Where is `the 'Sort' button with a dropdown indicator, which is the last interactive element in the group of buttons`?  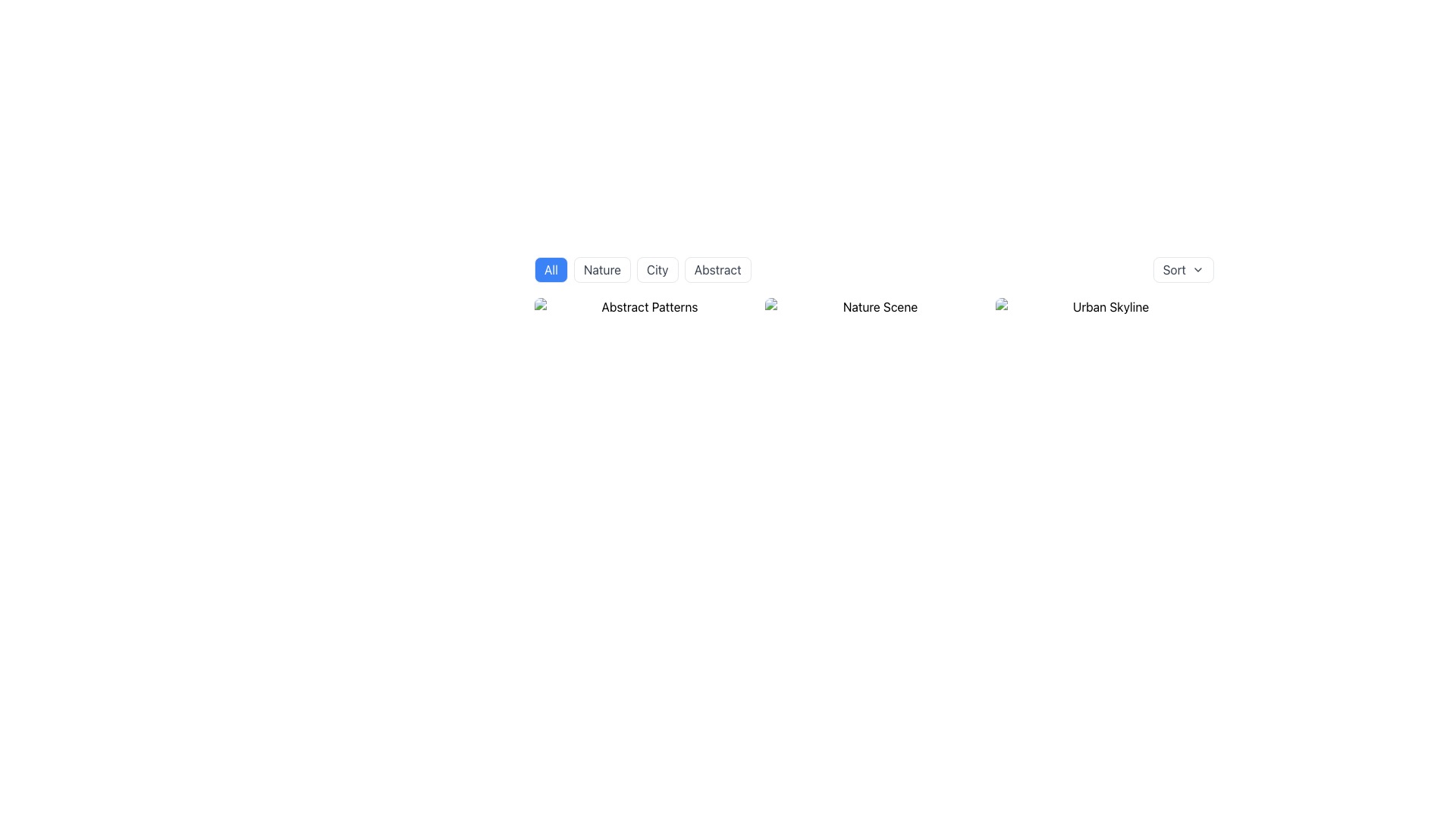 the 'Sort' button with a dropdown indicator, which is the last interactive element in the group of buttons is located at coordinates (1182, 268).